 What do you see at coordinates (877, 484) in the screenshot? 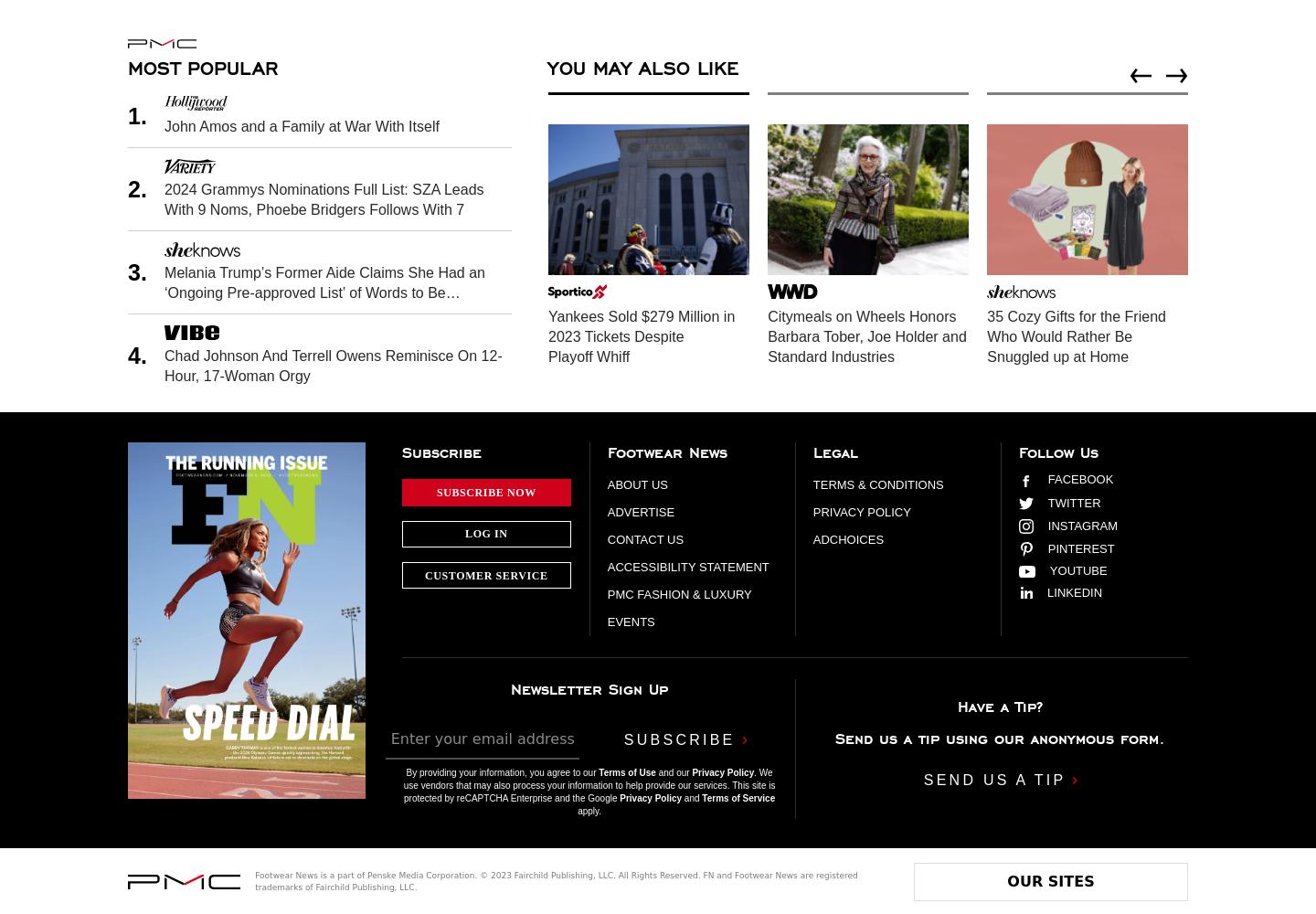
I see `'Terms & Conditions'` at bounding box center [877, 484].